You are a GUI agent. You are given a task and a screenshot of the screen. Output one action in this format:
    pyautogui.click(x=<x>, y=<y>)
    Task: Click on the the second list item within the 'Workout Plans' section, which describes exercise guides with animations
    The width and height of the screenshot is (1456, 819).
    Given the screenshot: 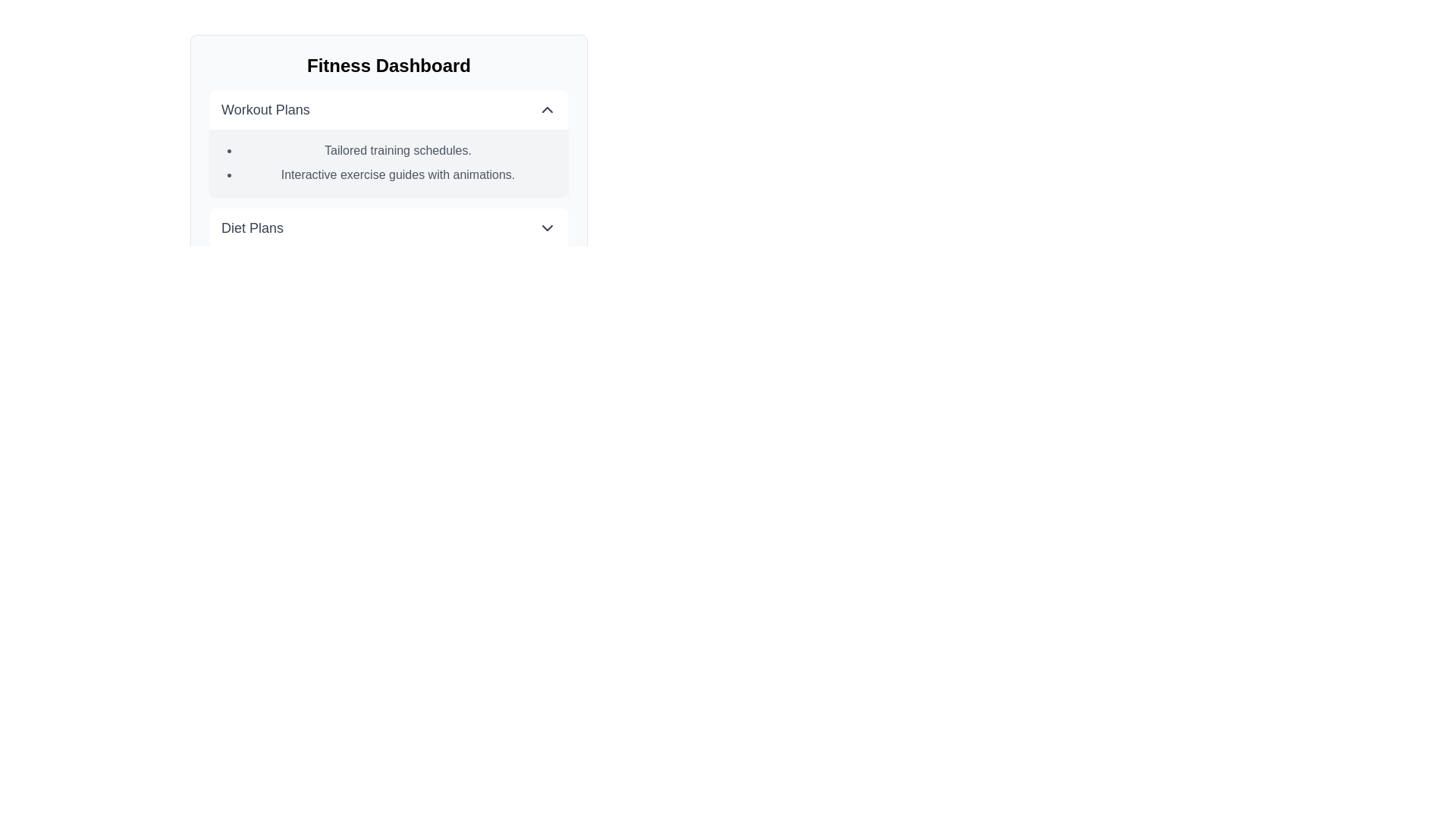 What is the action you would take?
    pyautogui.click(x=397, y=174)
    